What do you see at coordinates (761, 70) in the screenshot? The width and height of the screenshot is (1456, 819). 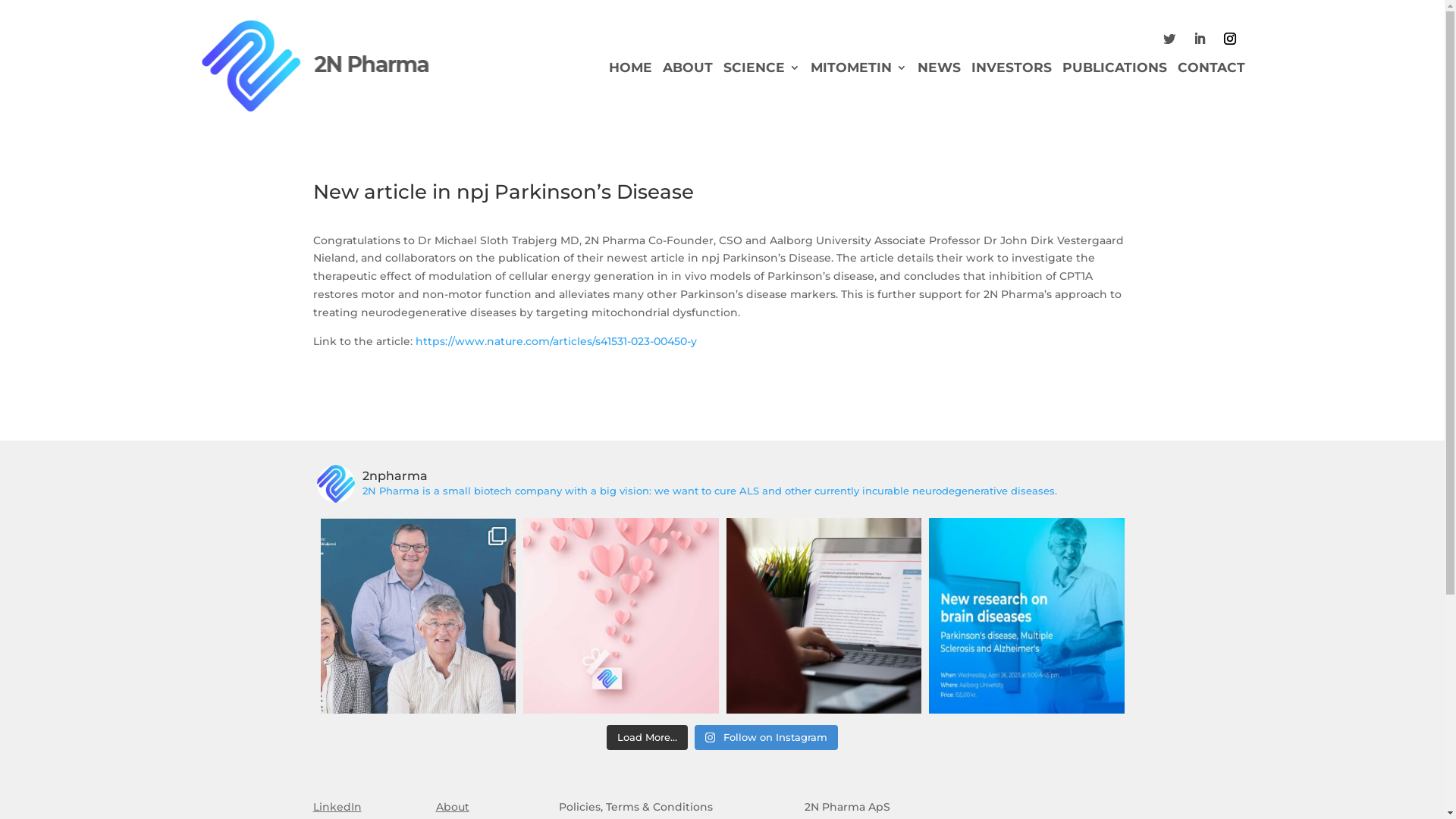 I see `'SCIENCE'` at bounding box center [761, 70].